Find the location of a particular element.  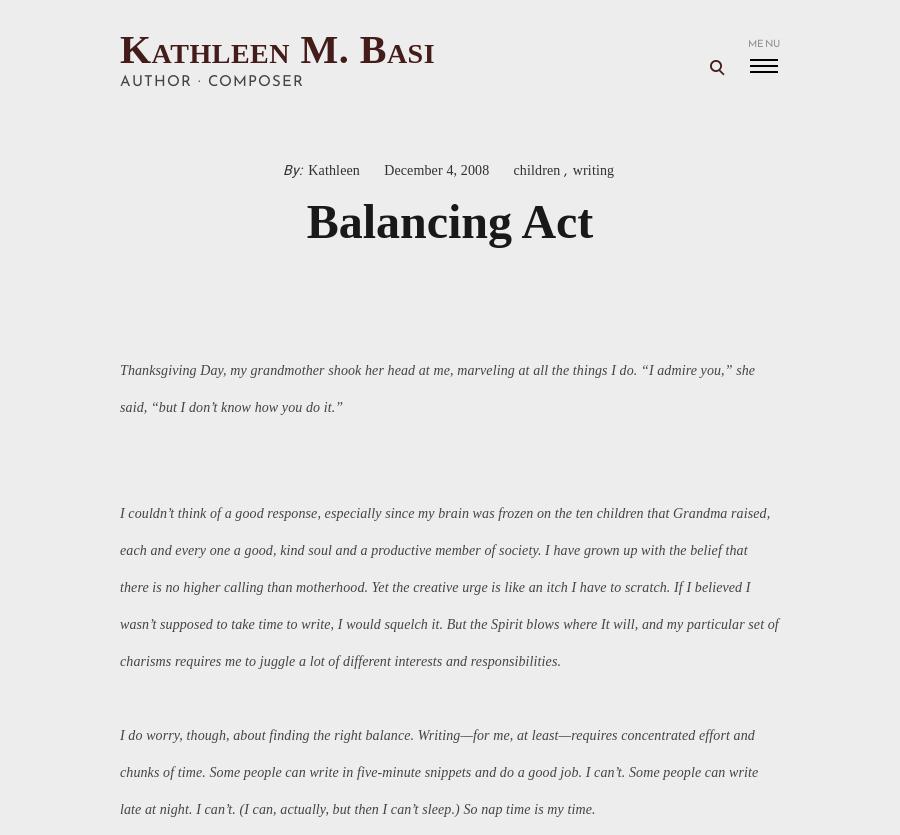

'author · composer' is located at coordinates (212, 82).